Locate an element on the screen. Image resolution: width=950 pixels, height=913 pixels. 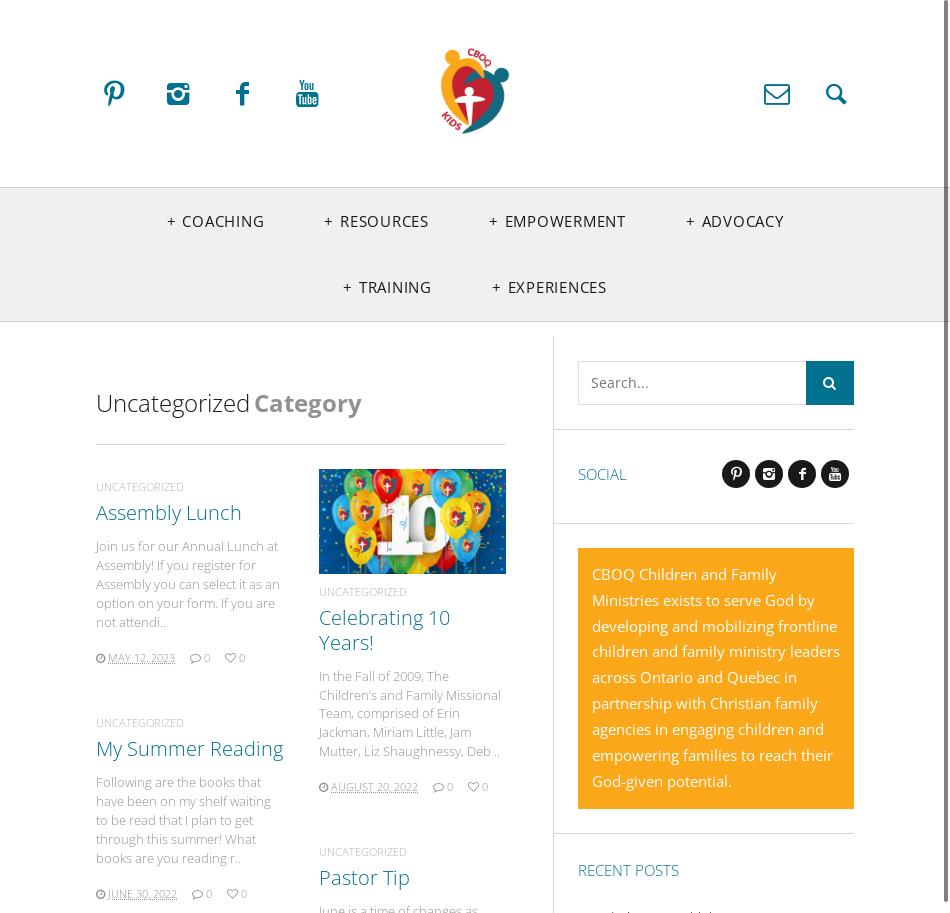
'Celebrating 10 Years!' is located at coordinates (383, 628).